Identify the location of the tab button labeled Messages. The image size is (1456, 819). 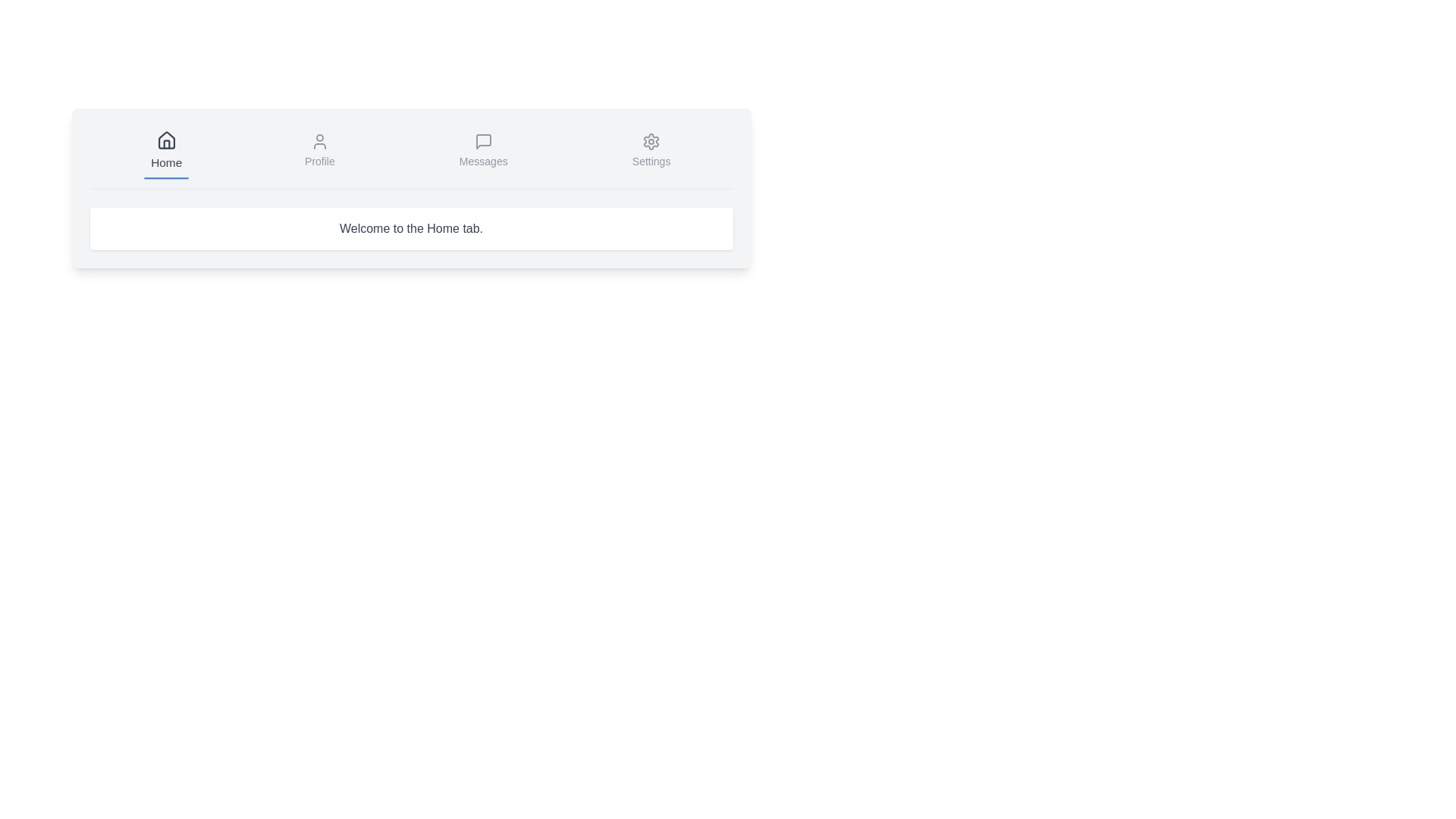
(482, 152).